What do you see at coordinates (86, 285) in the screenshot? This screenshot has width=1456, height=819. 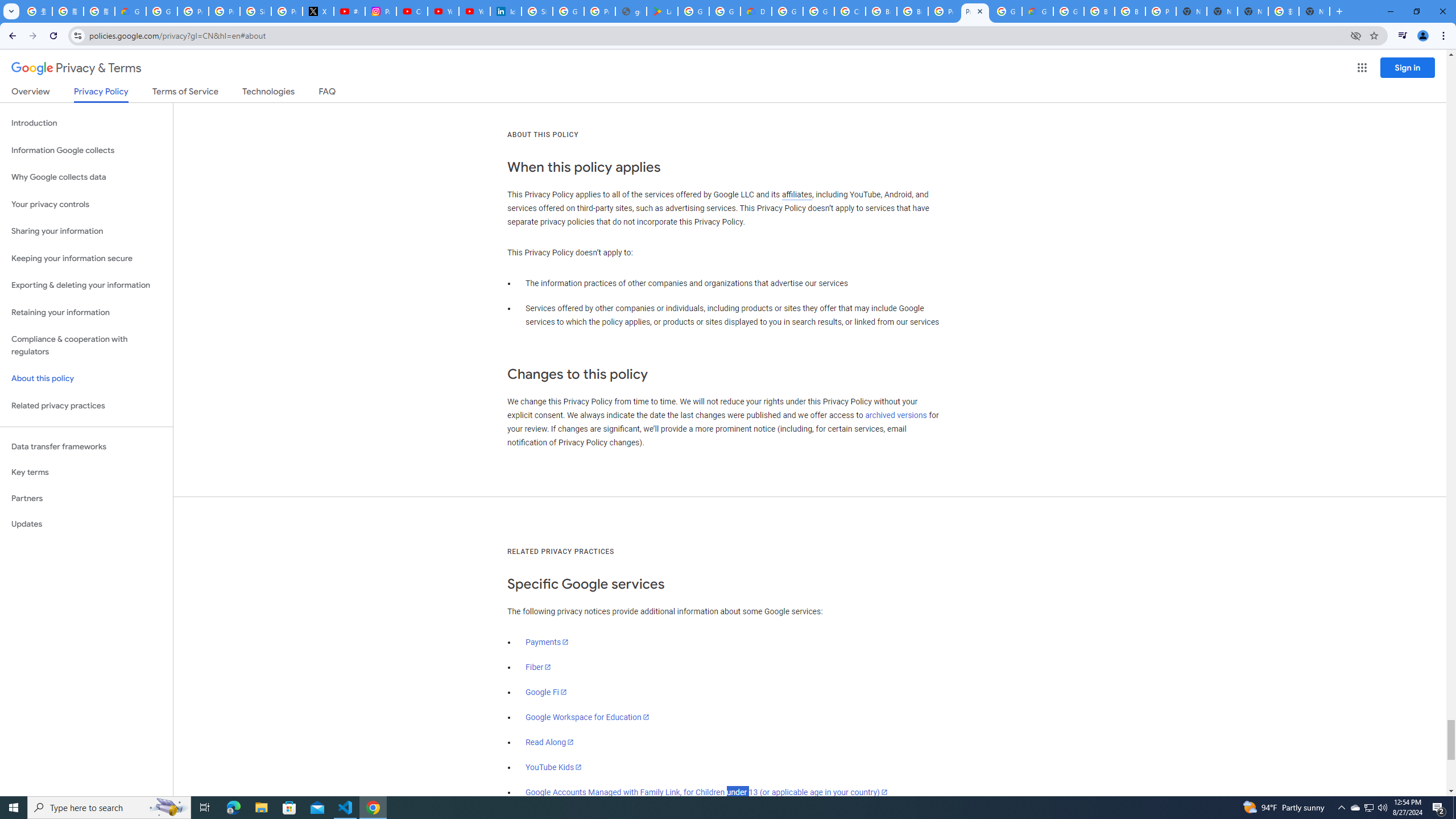 I see `'Exporting & deleting your information'` at bounding box center [86, 285].